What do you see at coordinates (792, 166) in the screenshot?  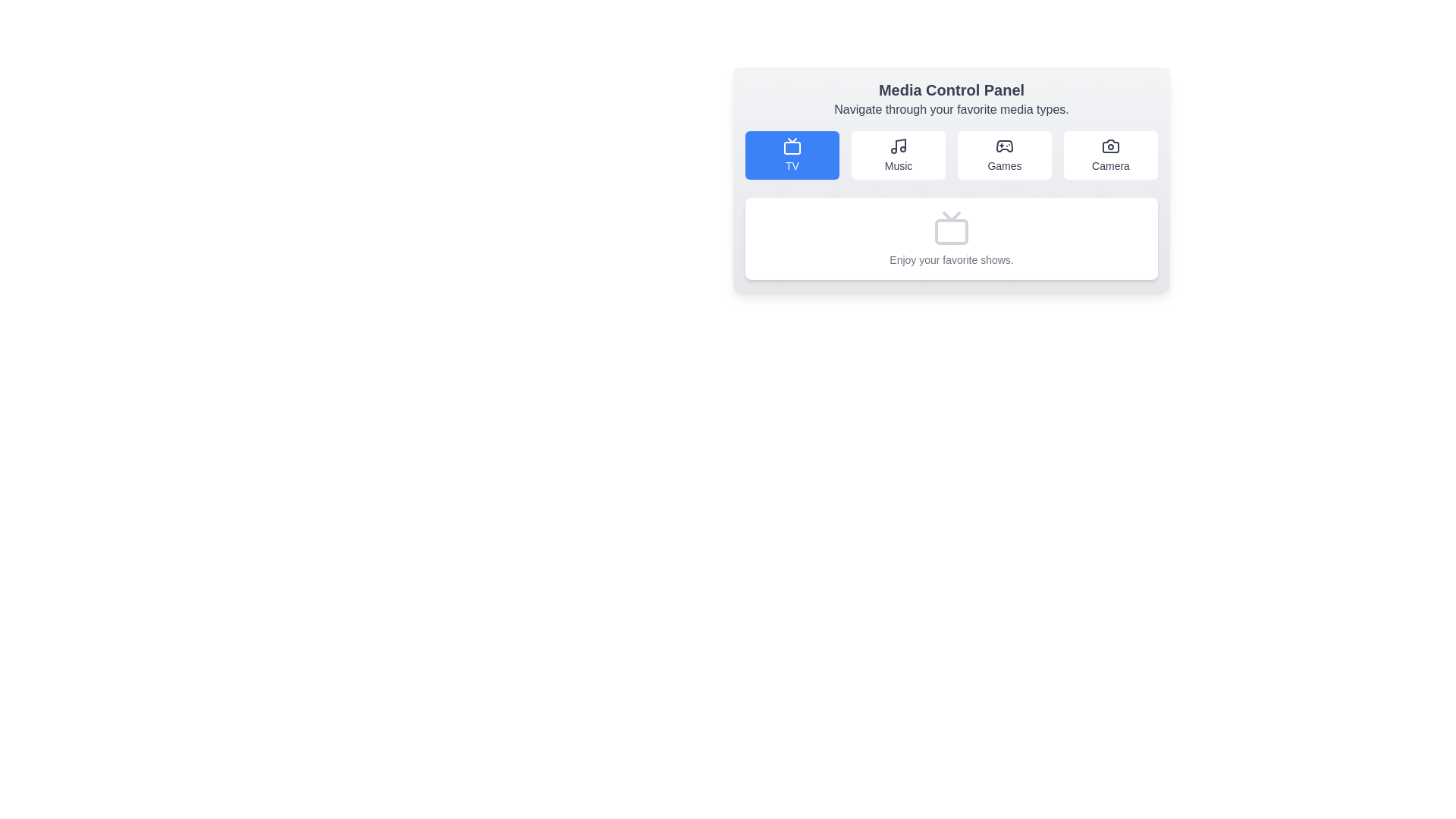 I see `the text label displaying 'TV', which is positioned below a television icon within a rounded rectangular blue button at the leftmost position of a row of category buttons` at bounding box center [792, 166].